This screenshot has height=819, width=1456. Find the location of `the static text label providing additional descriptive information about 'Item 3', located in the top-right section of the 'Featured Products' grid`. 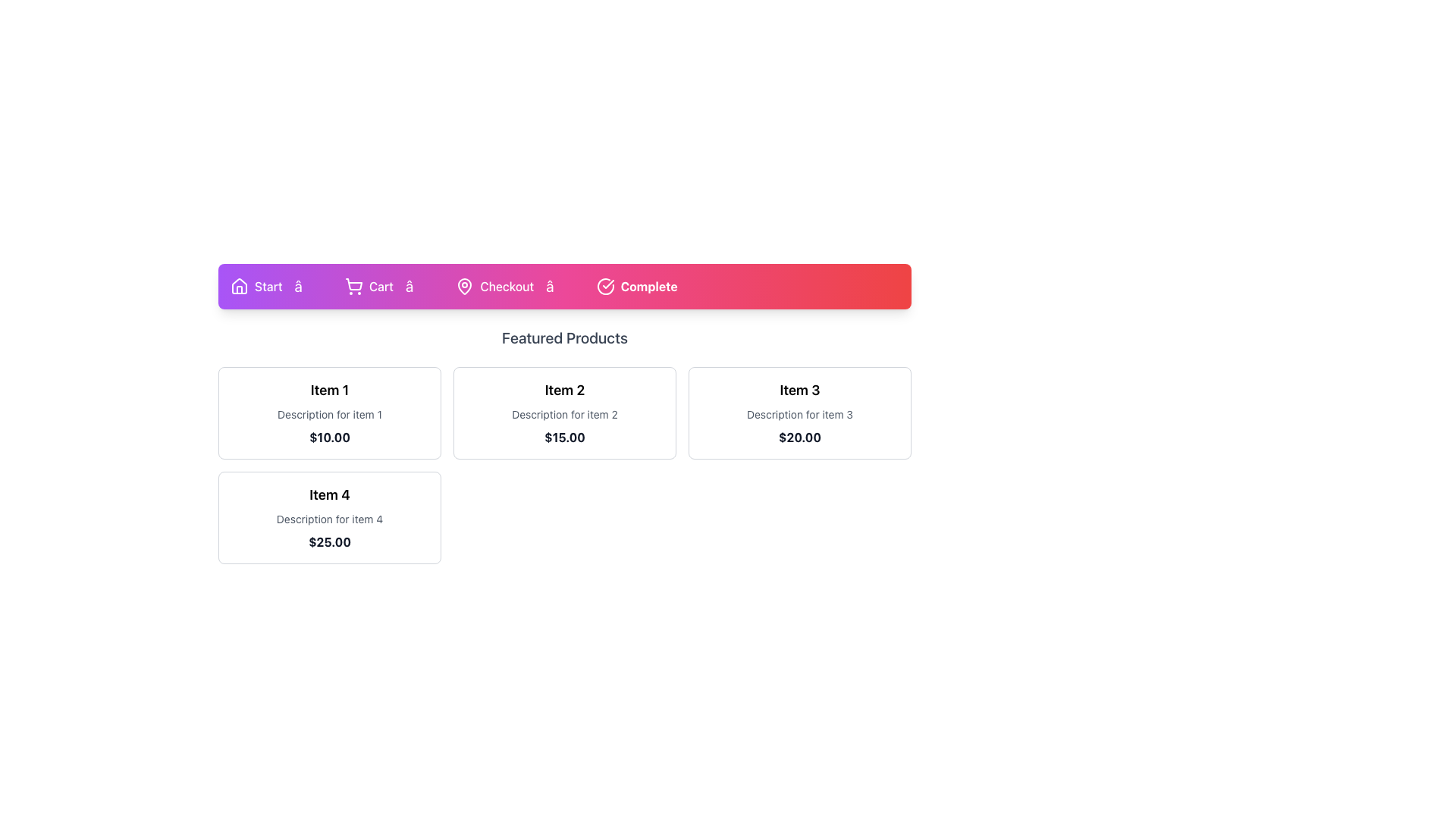

the static text label providing additional descriptive information about 'Item 3', located in the top-right section of the 'Featured Products' grid is located at coordinates (799, 415).